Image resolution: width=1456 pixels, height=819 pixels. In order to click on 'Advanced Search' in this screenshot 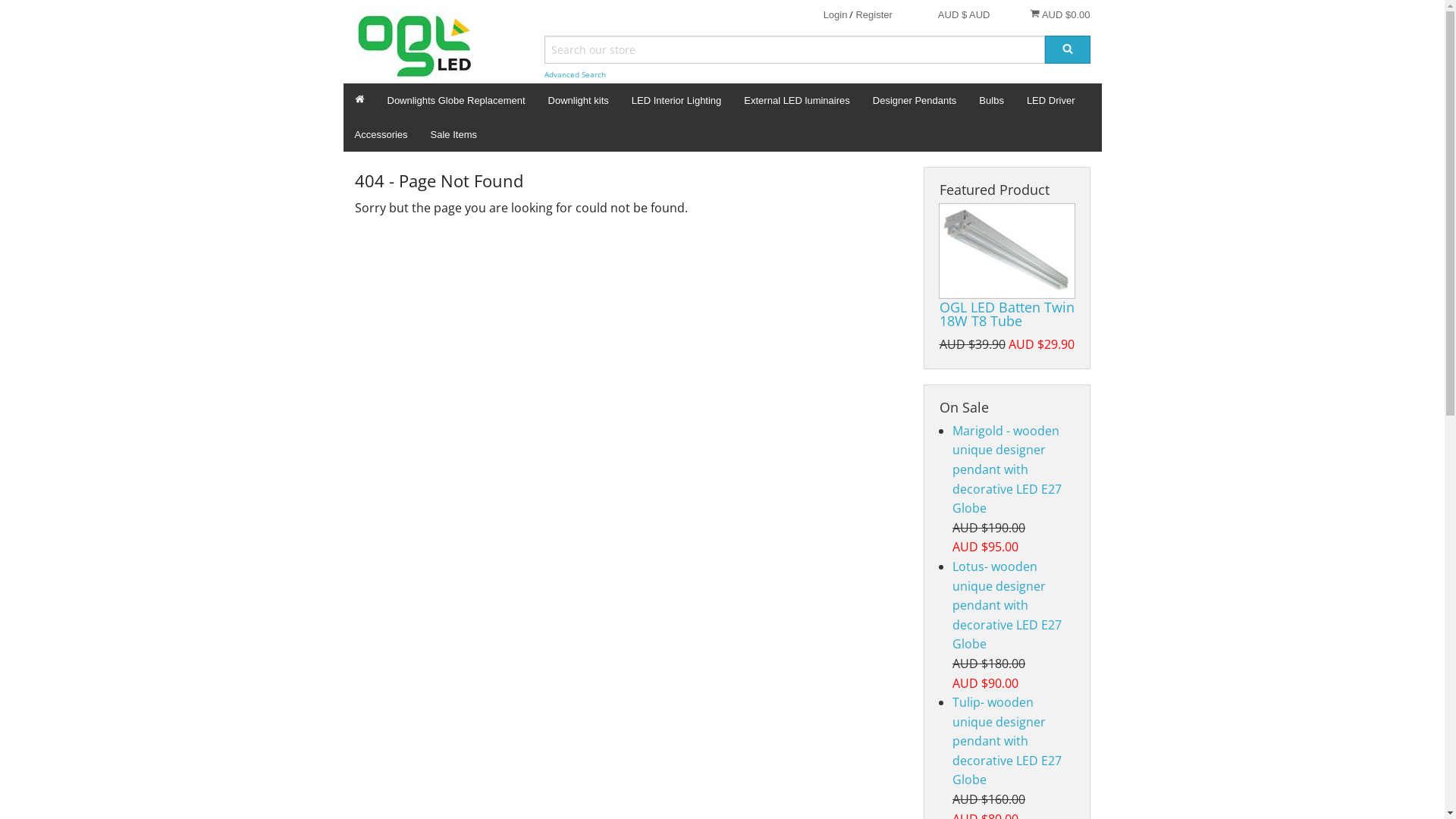, I will do `click(574, 74)`.